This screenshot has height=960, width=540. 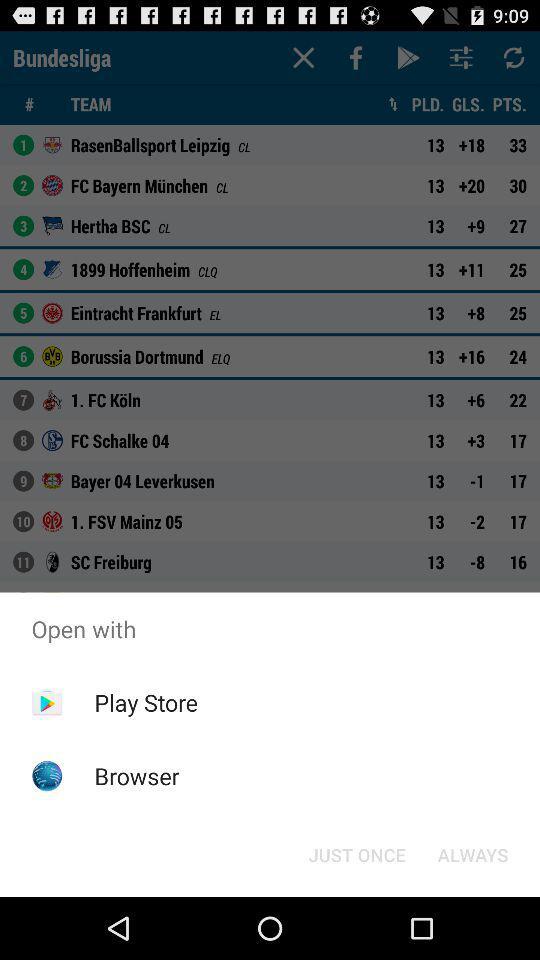 What do you see at coordinates (356, 853) in the screenshot?
I see `just once button` at bounding box center [356, 853].